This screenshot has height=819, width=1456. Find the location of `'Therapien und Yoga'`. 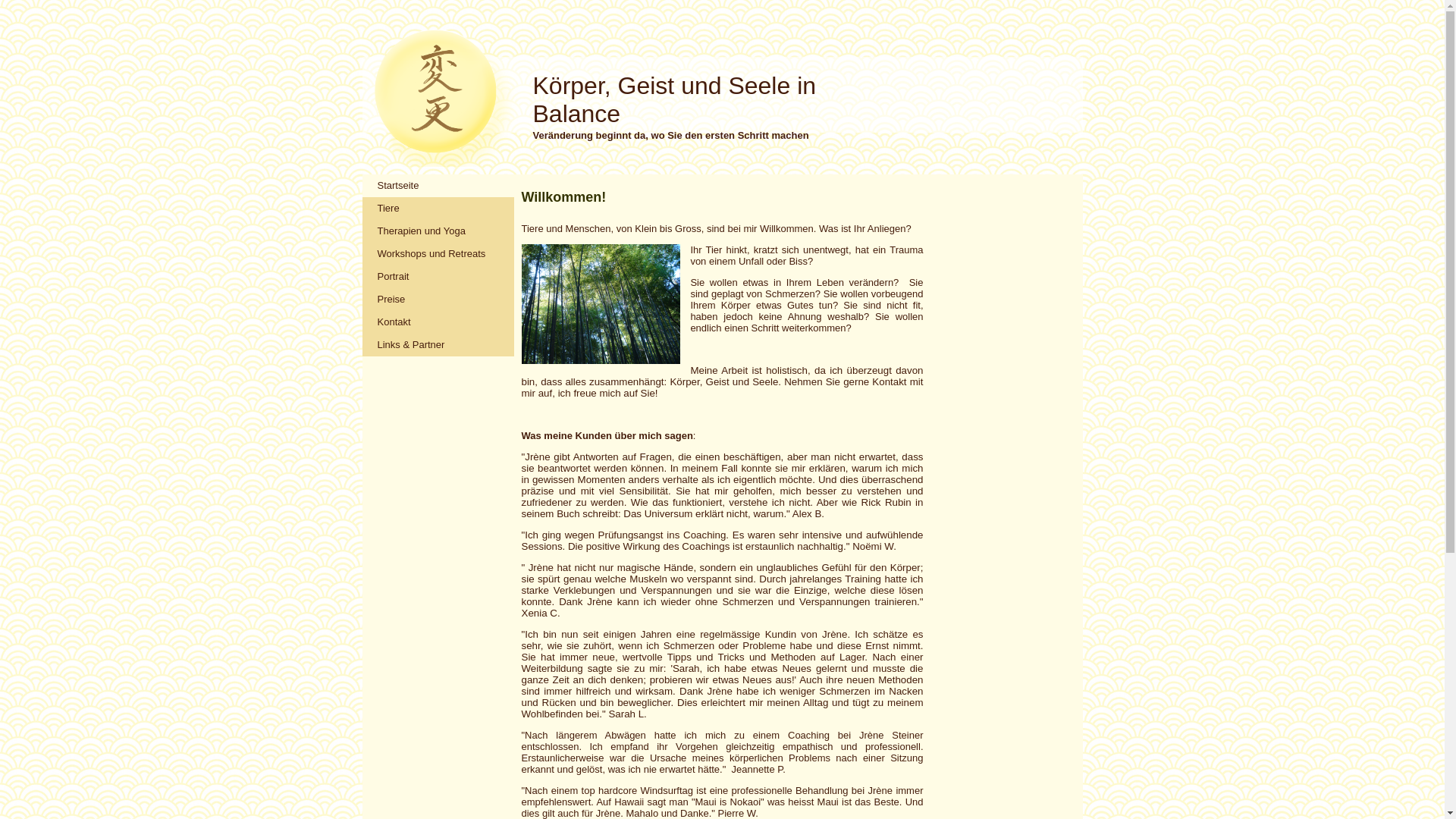

'Therapien und Yoga' is located at coordinates (362, 231).